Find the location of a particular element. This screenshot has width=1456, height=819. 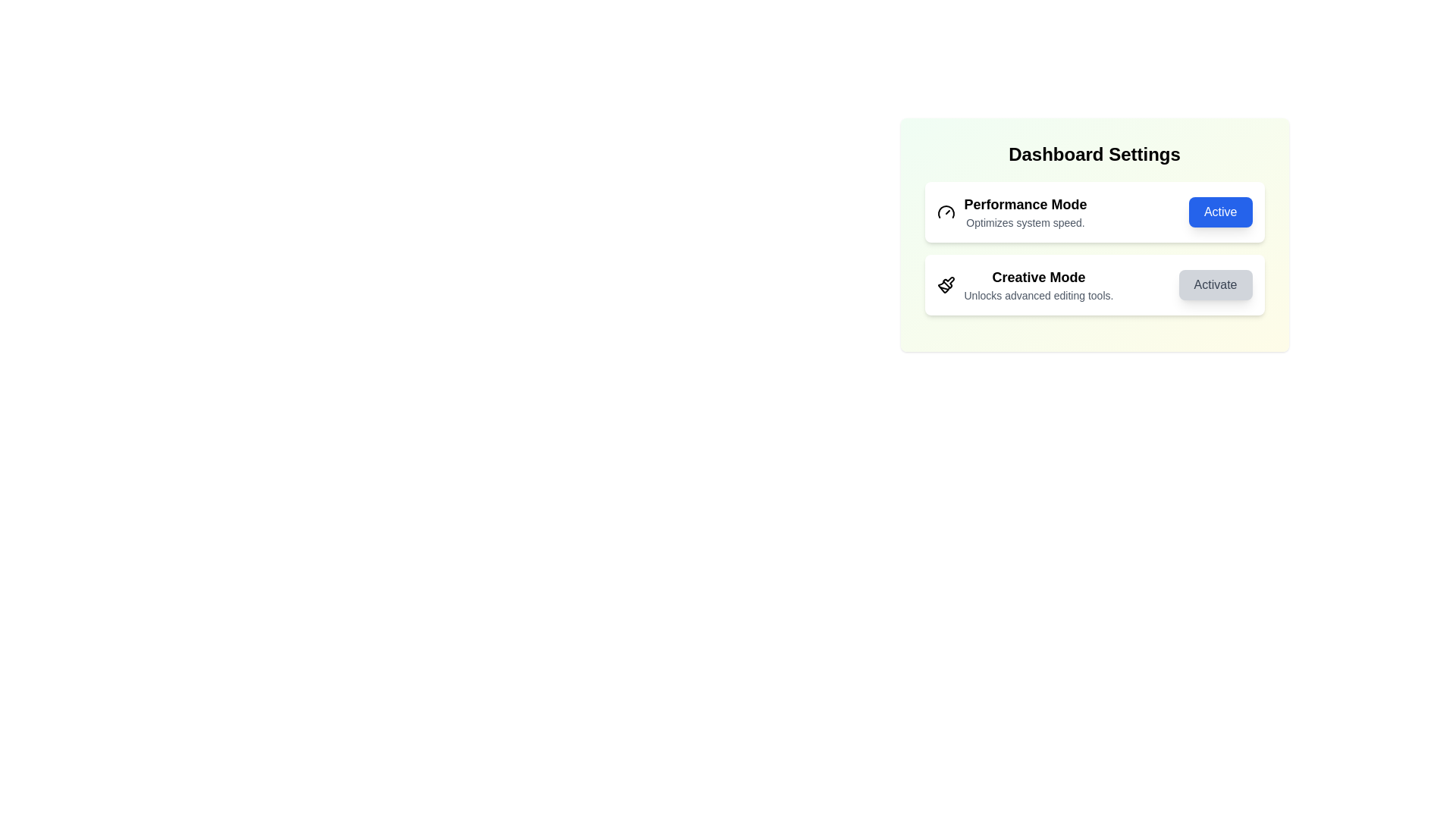

the Creative Mode setting is located at coordinates (1094, 284).